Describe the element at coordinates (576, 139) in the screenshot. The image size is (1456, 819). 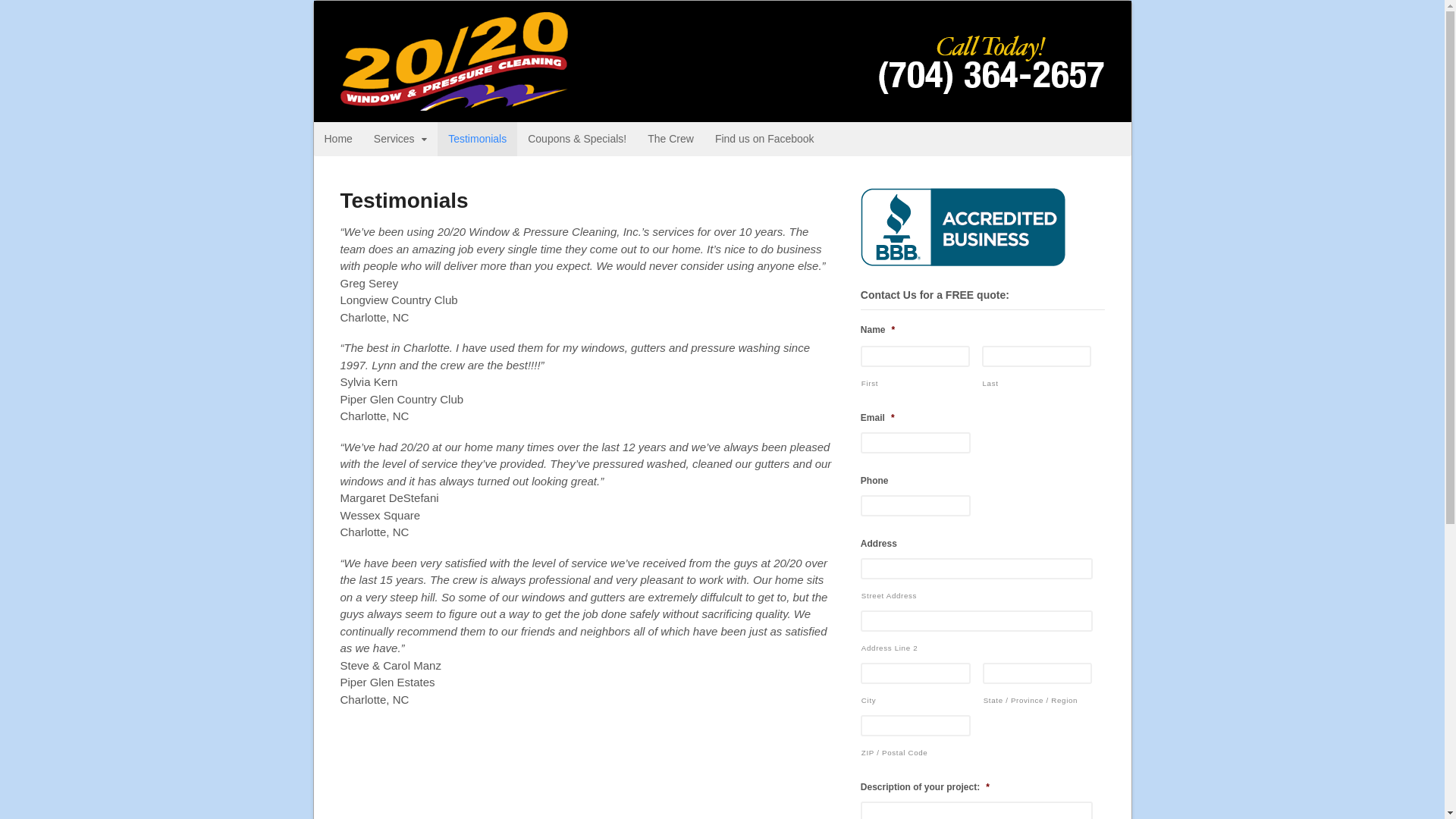
I see `'Coupons & Specials!'` at that location.